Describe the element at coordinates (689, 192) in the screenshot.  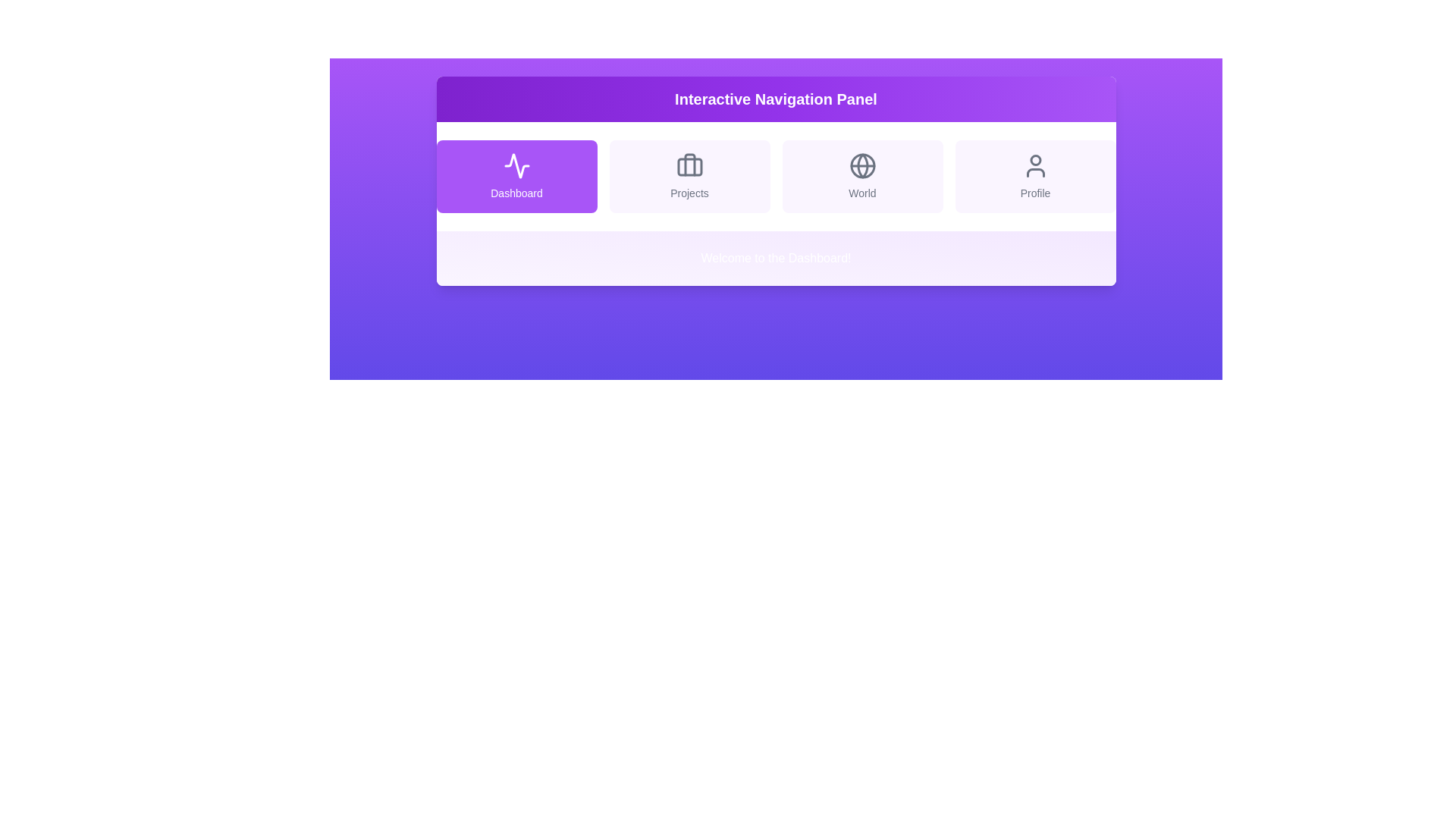
I see `the 'Projects' text label located beneath the briefcase icon in the navigation panel` at that location.